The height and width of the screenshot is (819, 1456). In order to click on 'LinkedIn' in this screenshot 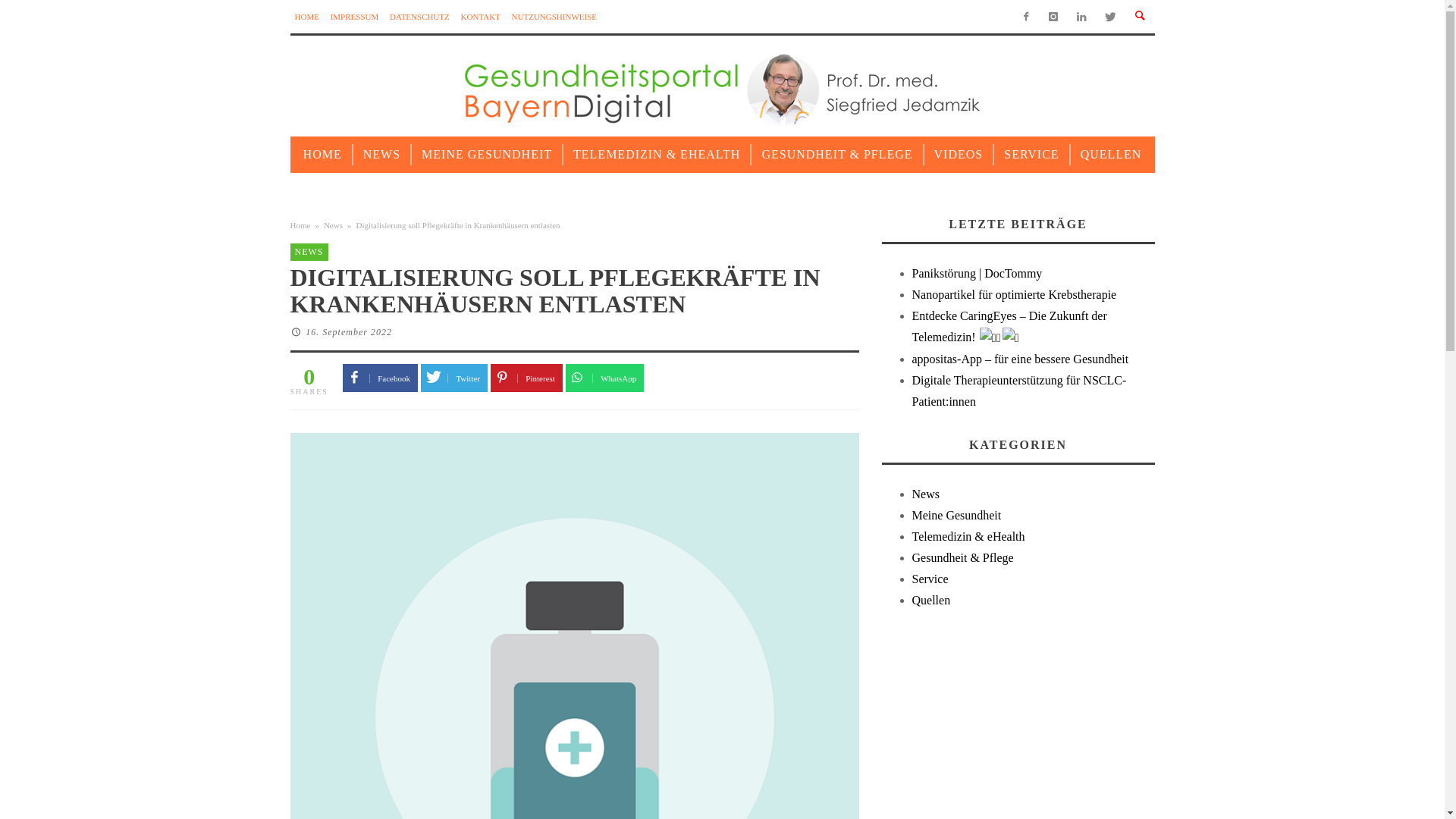, I will do `click(1081, 17)`.